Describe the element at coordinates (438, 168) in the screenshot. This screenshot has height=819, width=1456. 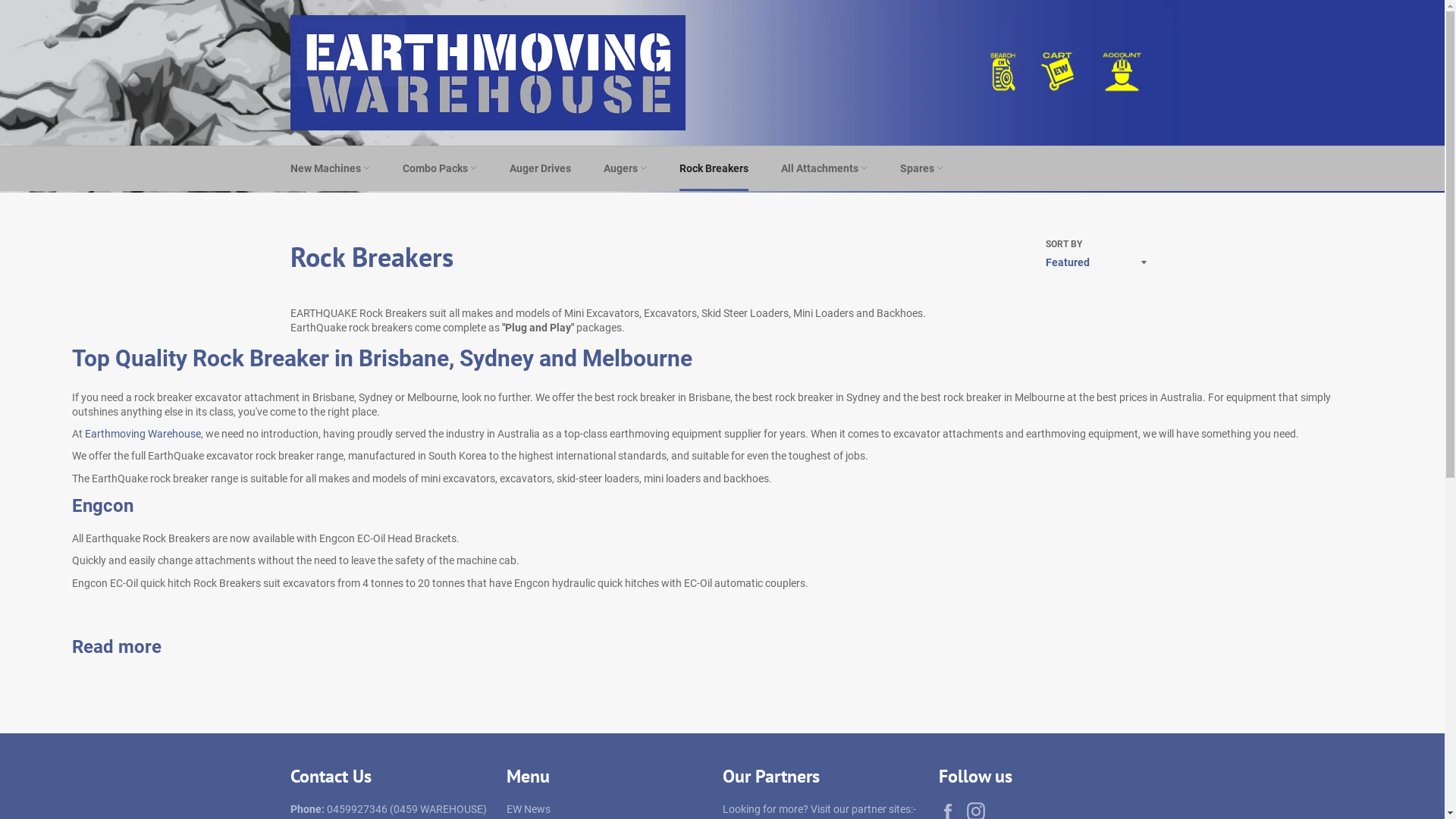
I see `'Combo Packs'` at that location.